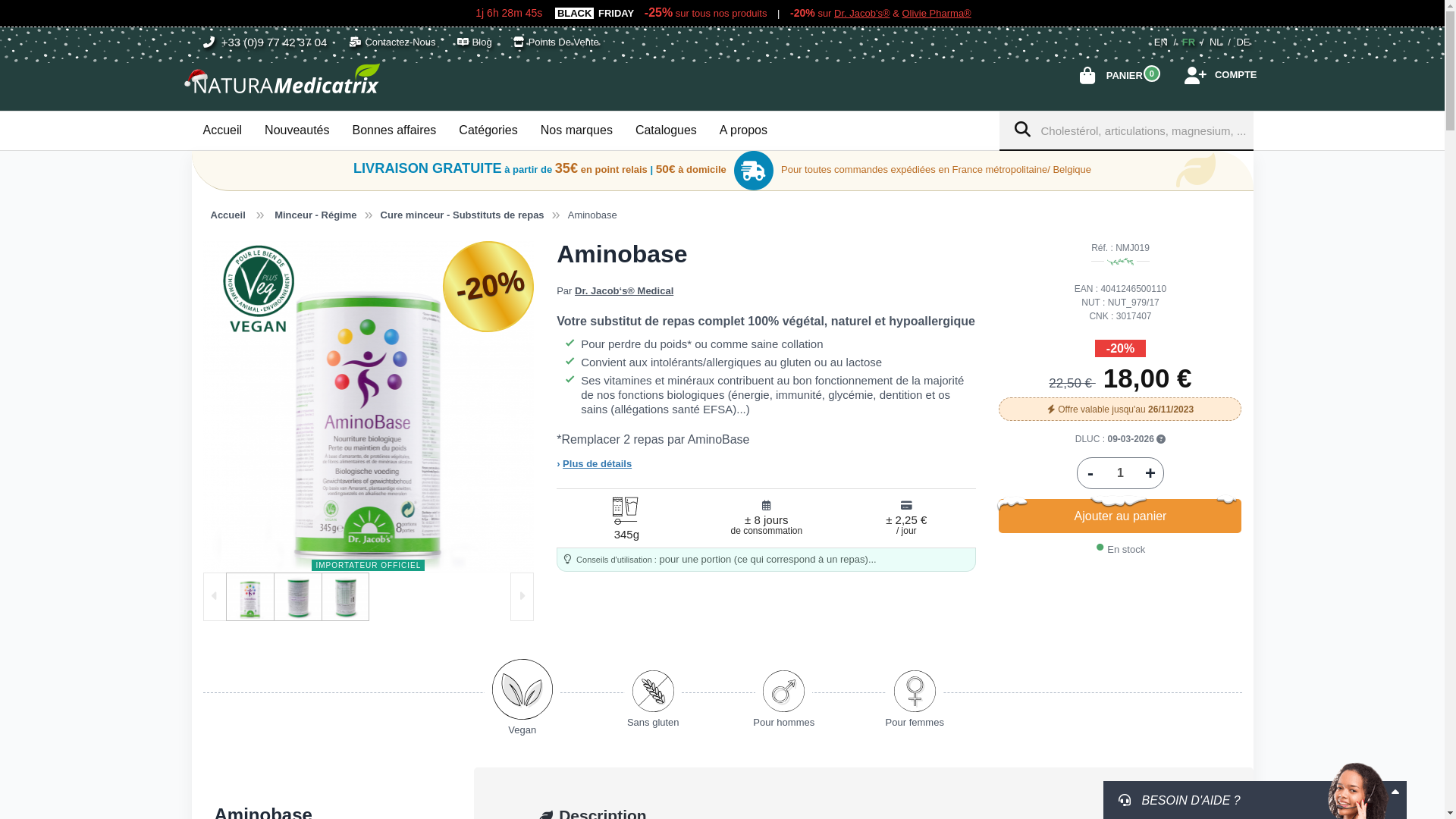 The width and height of the screenshot is (1456, 819). Describe the element at coordinates (529, 130) in the screenshot. I see `'Nos marques'` at that location.